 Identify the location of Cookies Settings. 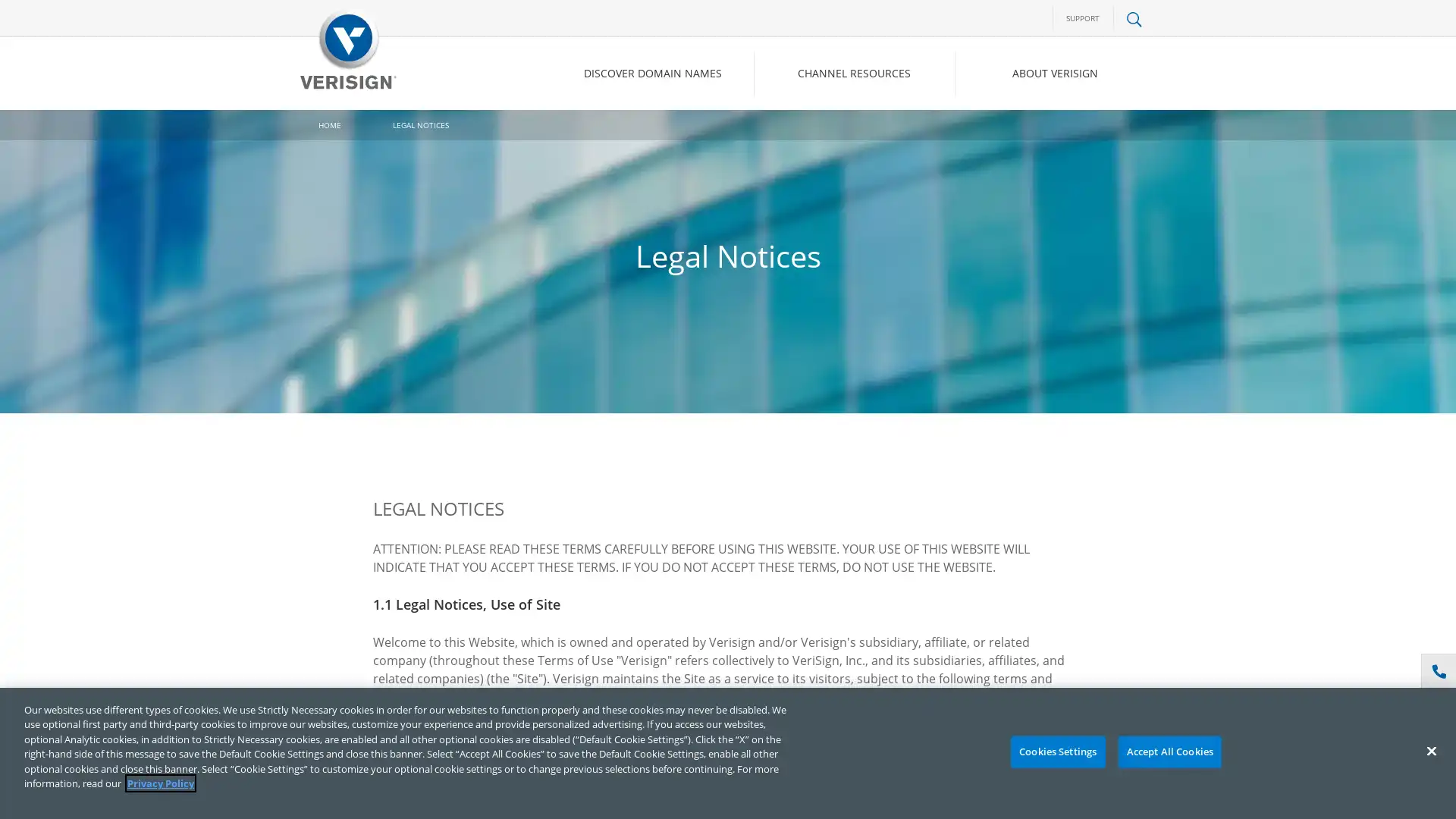
(1056, 752).